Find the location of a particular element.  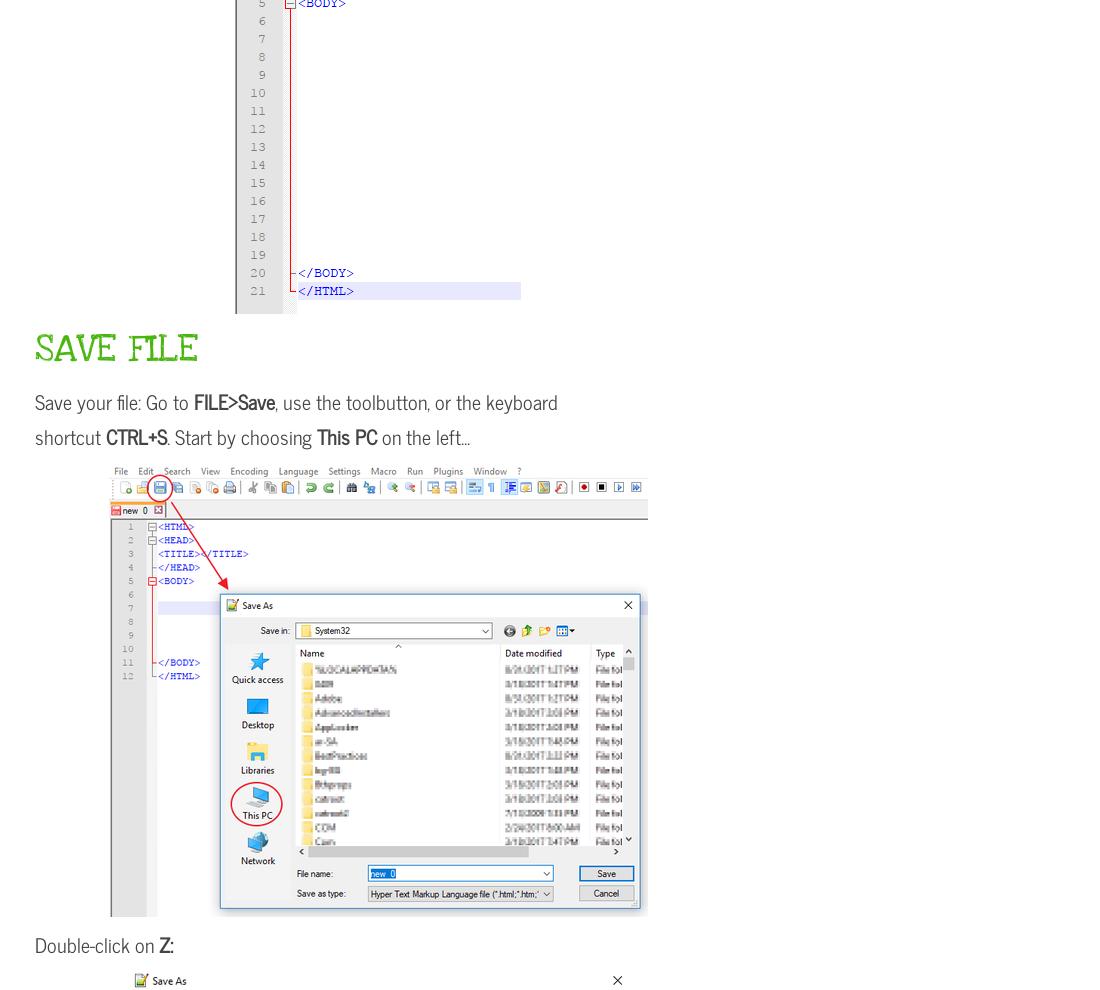

'CTRL+S' is located at coordinates (136, 435).